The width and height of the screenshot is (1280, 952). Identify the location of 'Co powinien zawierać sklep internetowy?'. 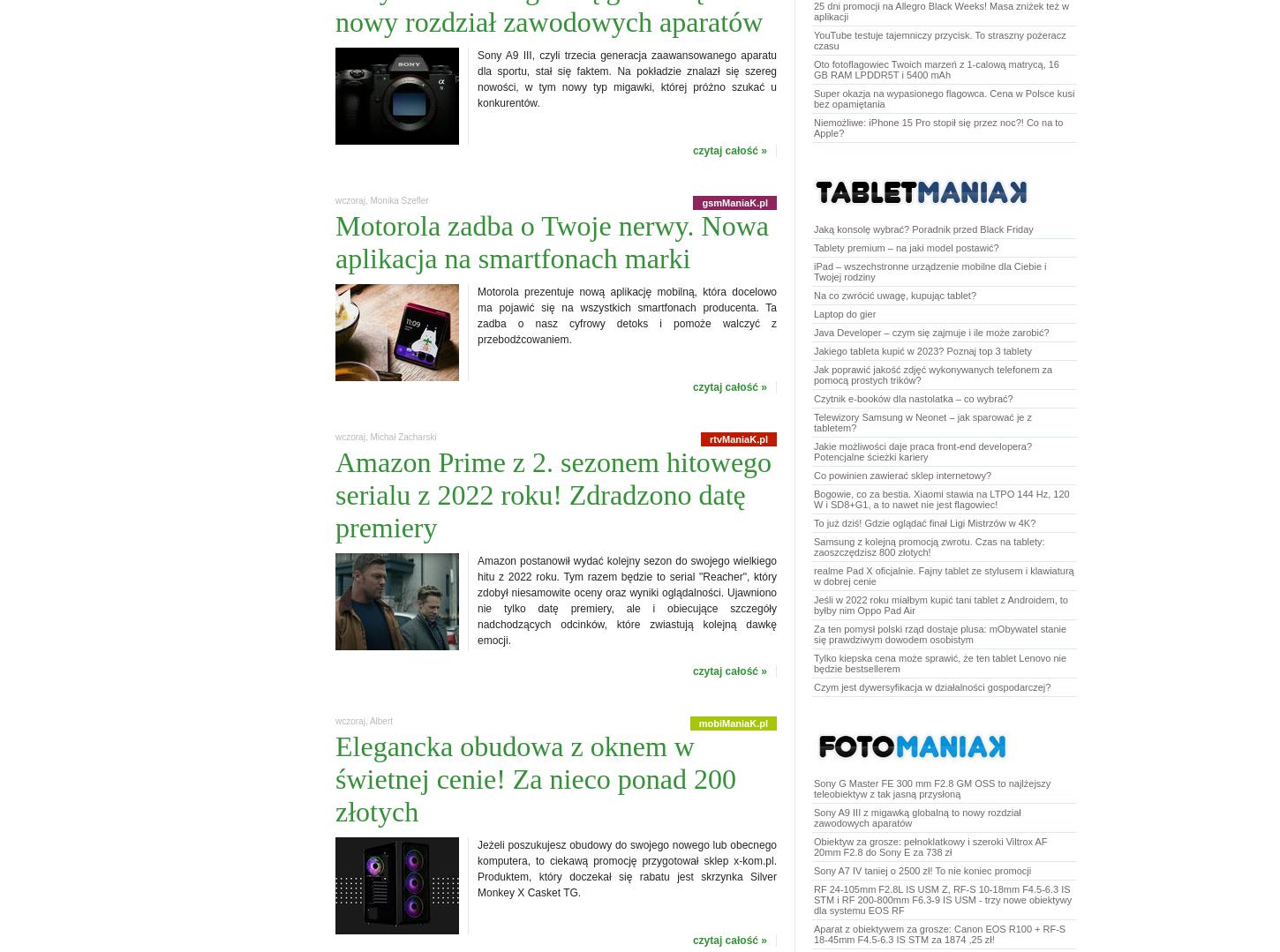
(902, 475).